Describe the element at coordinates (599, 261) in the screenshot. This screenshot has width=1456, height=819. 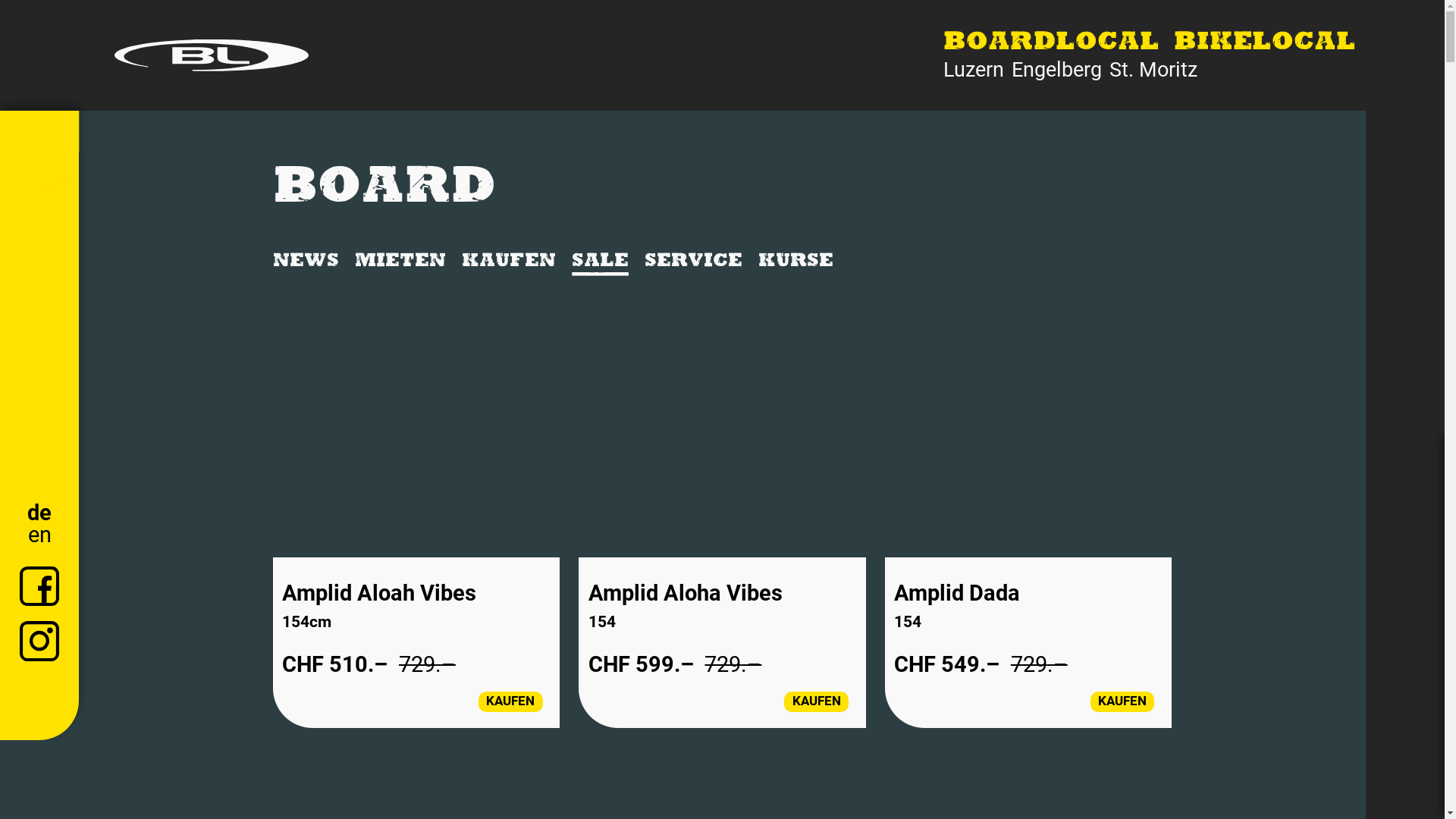
I see `'Sale'` at that location.